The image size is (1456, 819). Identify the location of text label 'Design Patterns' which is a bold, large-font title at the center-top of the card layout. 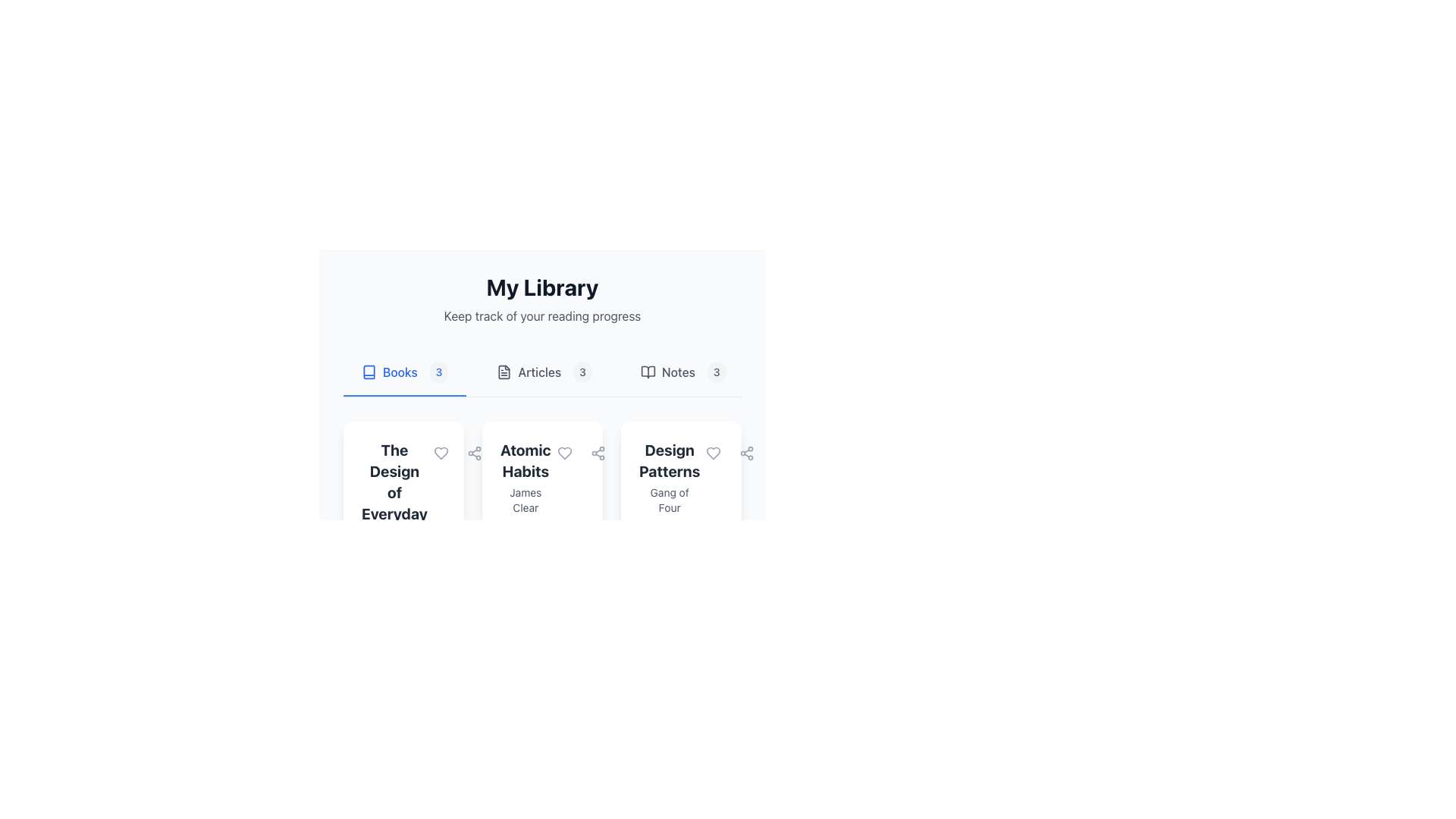
(669, 460).